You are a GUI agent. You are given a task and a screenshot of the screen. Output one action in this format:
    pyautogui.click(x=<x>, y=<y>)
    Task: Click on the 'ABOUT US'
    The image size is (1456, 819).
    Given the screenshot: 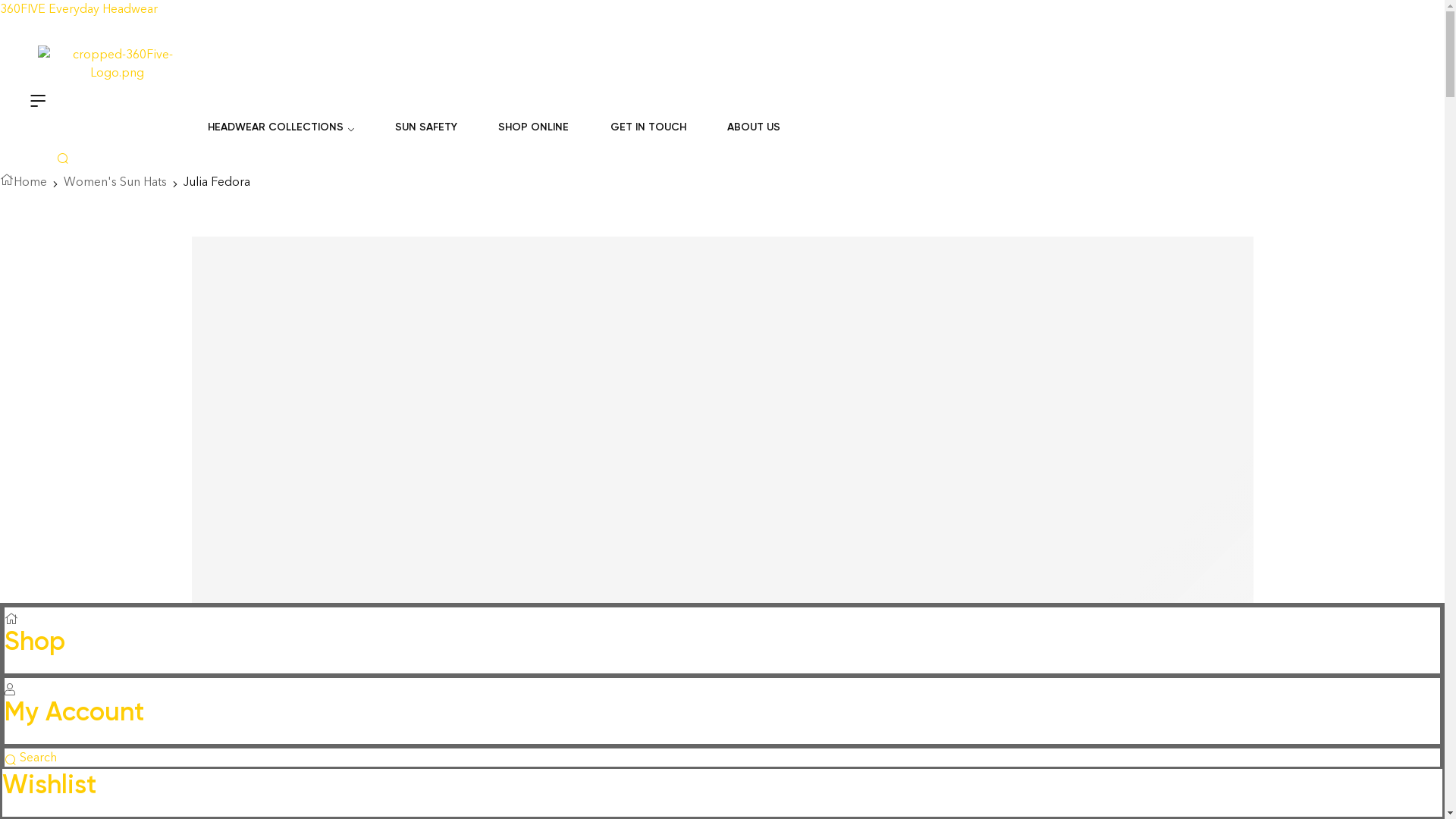 What is the action you would take?
    pyautogui.click(x=744, y=127)
    